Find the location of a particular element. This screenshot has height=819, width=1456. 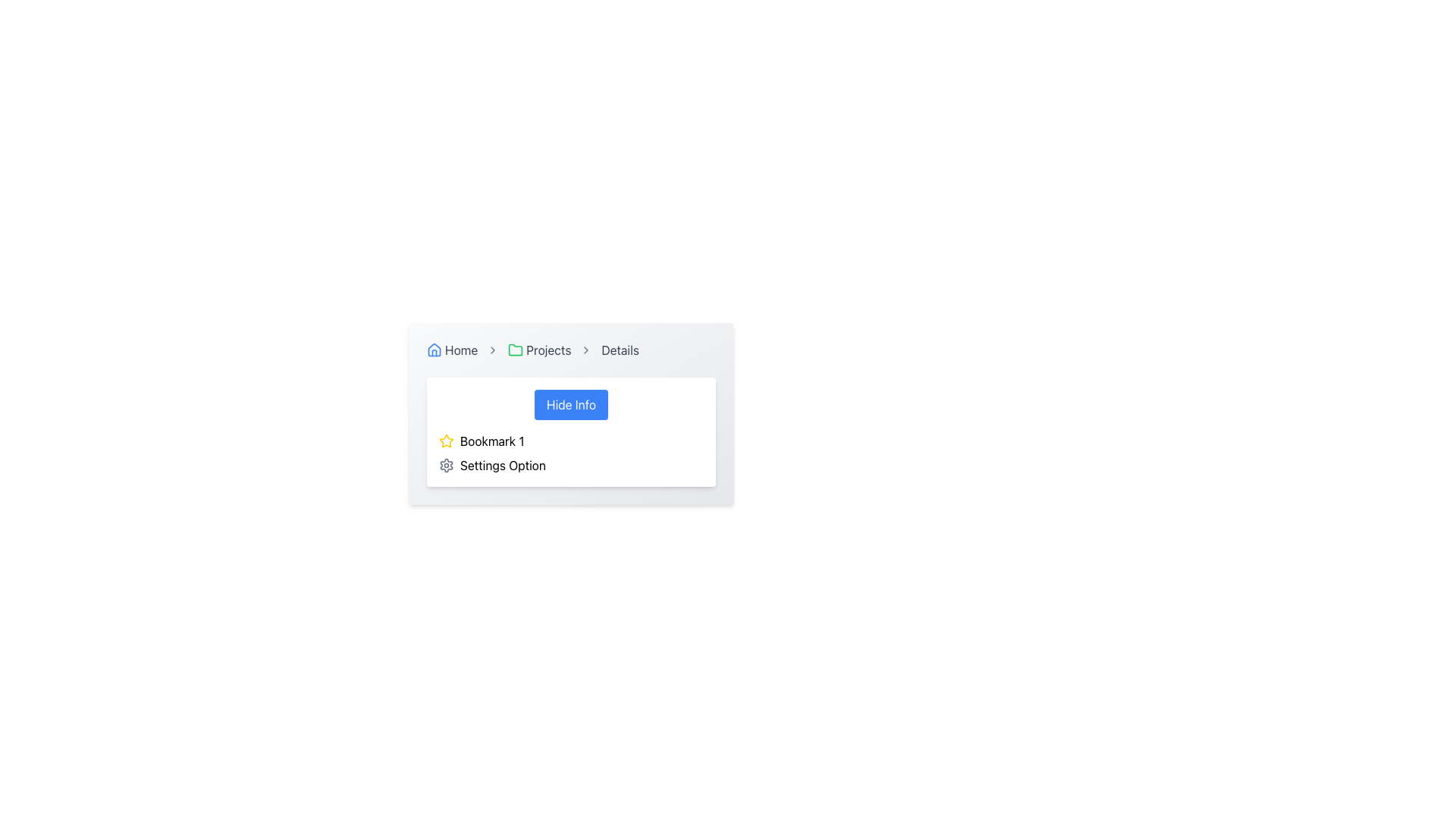

the breadcrumb link that consists of a blue house-shaped icon followed by the text 'Home' is located at coordinates (451, 350).